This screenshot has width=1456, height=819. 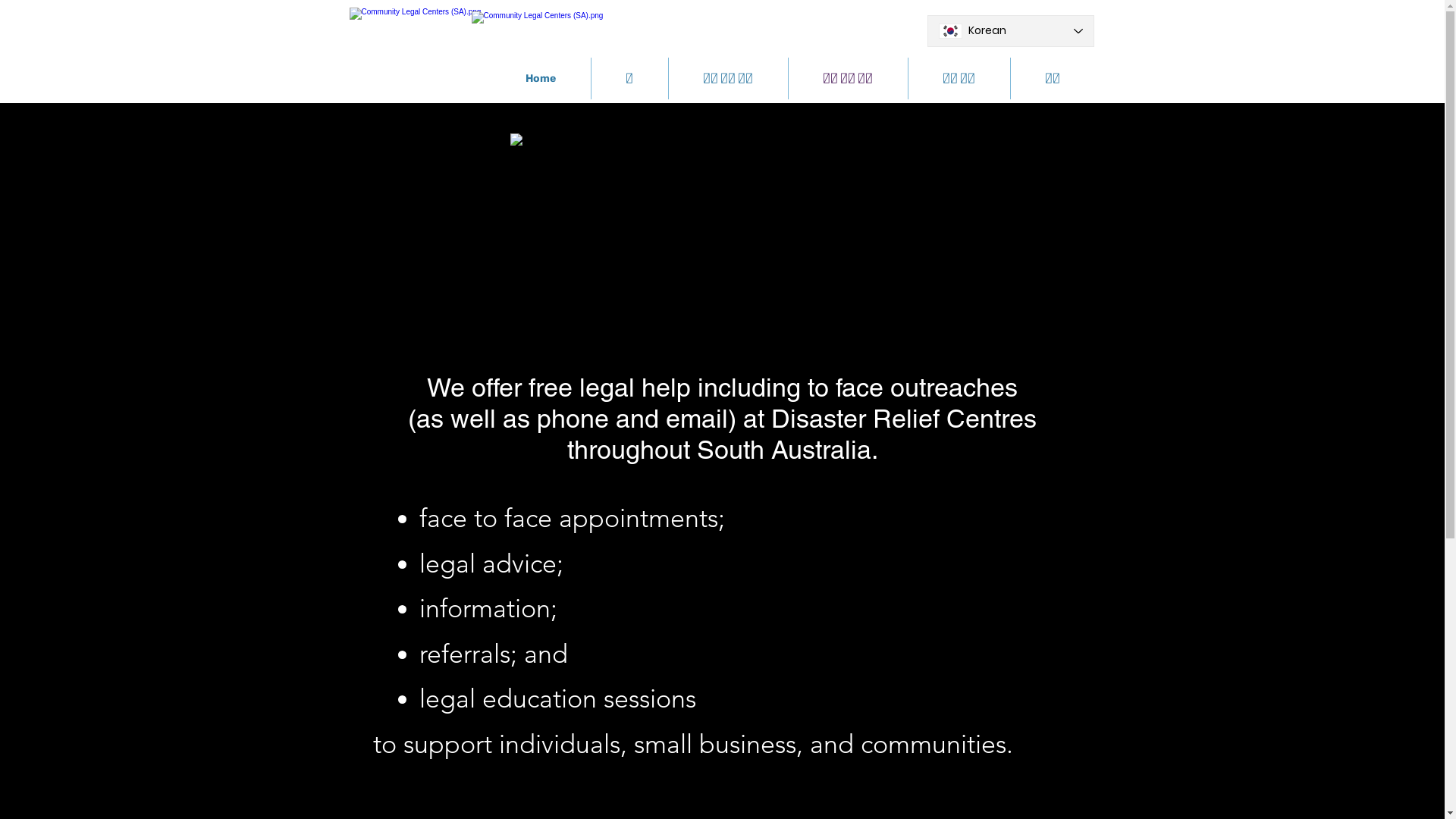 I want to click on 'Home', so click(x=491, y=78).